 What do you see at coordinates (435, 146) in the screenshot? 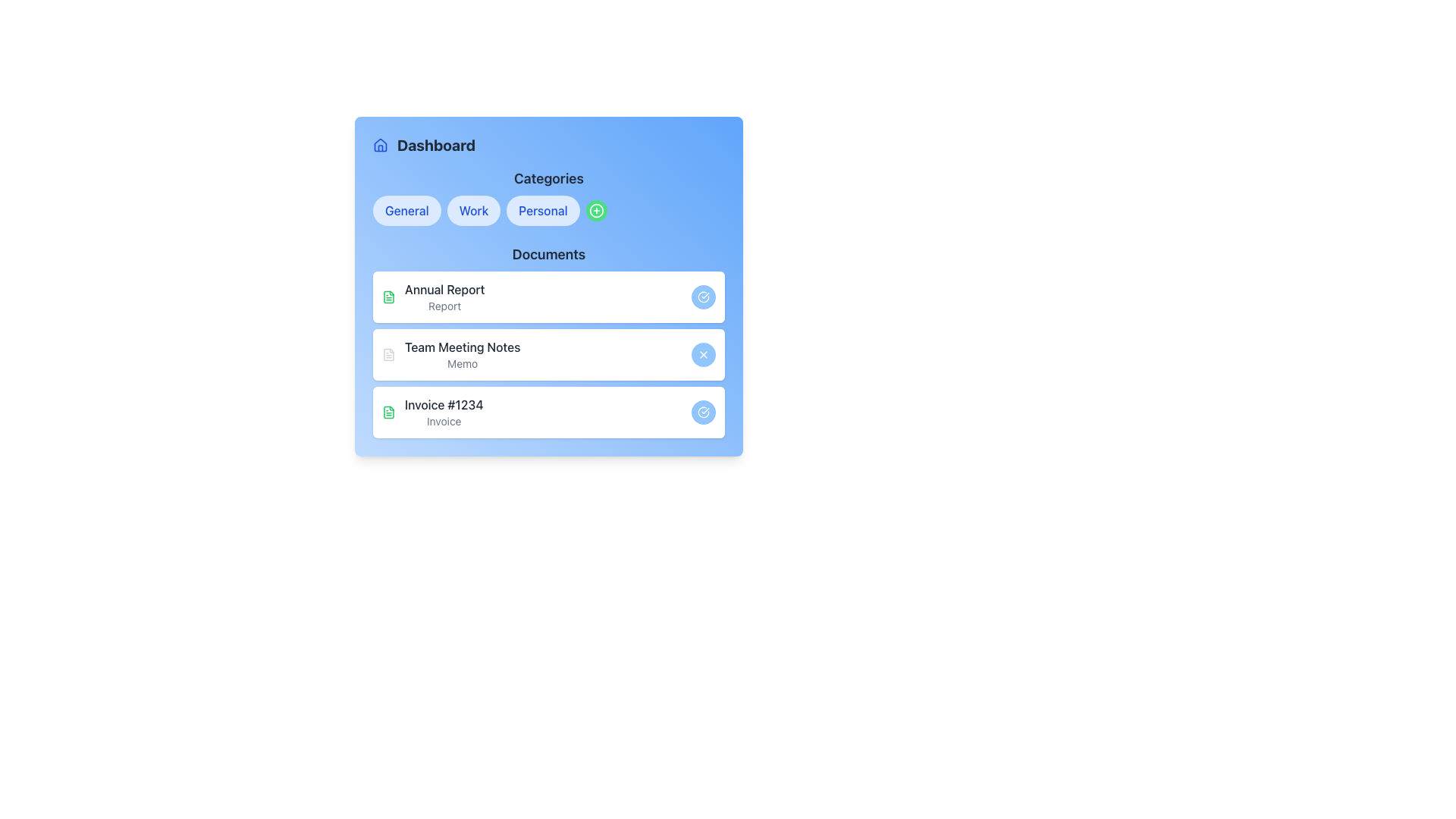
I see `the bold text label 'Dashboard' located next to the house-shaped icon on the top-left of the interface` at bounding box center [435, 146].